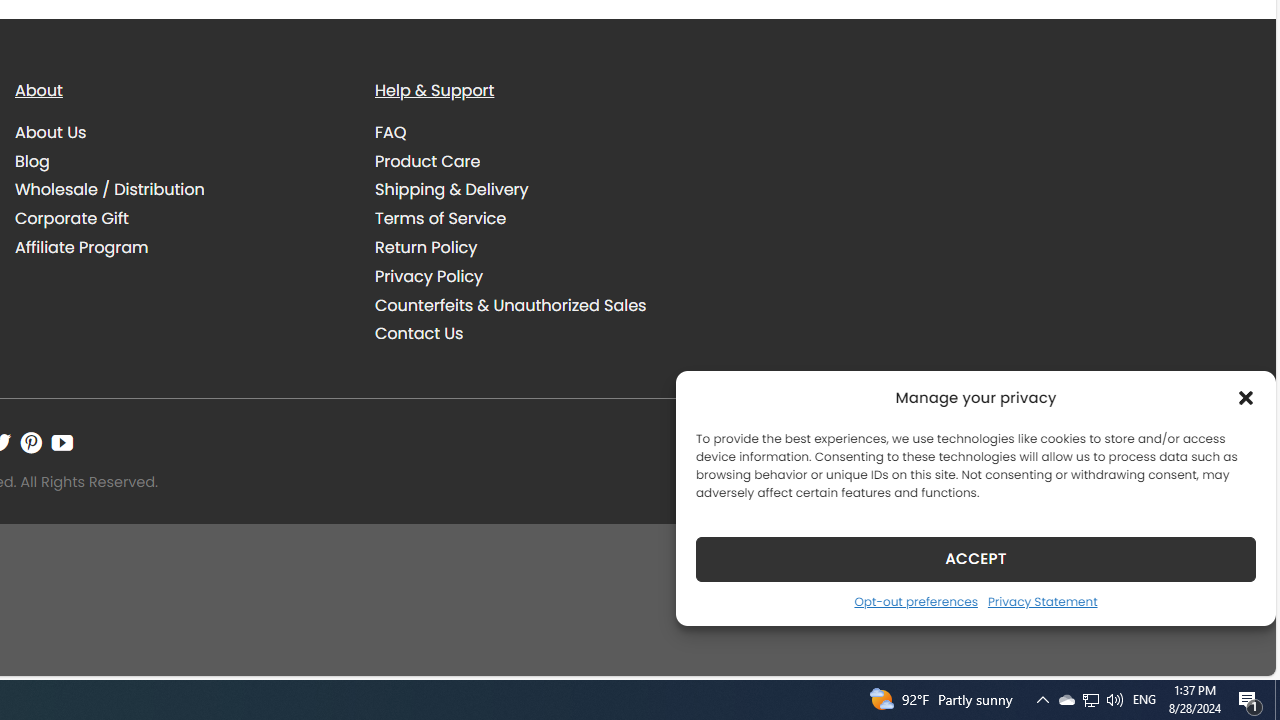 The height and width of the screenshot is (720, 1280). Describe the element at coordinates (418, 333) in the screenshot. I see `'Contact Us'` at that location.